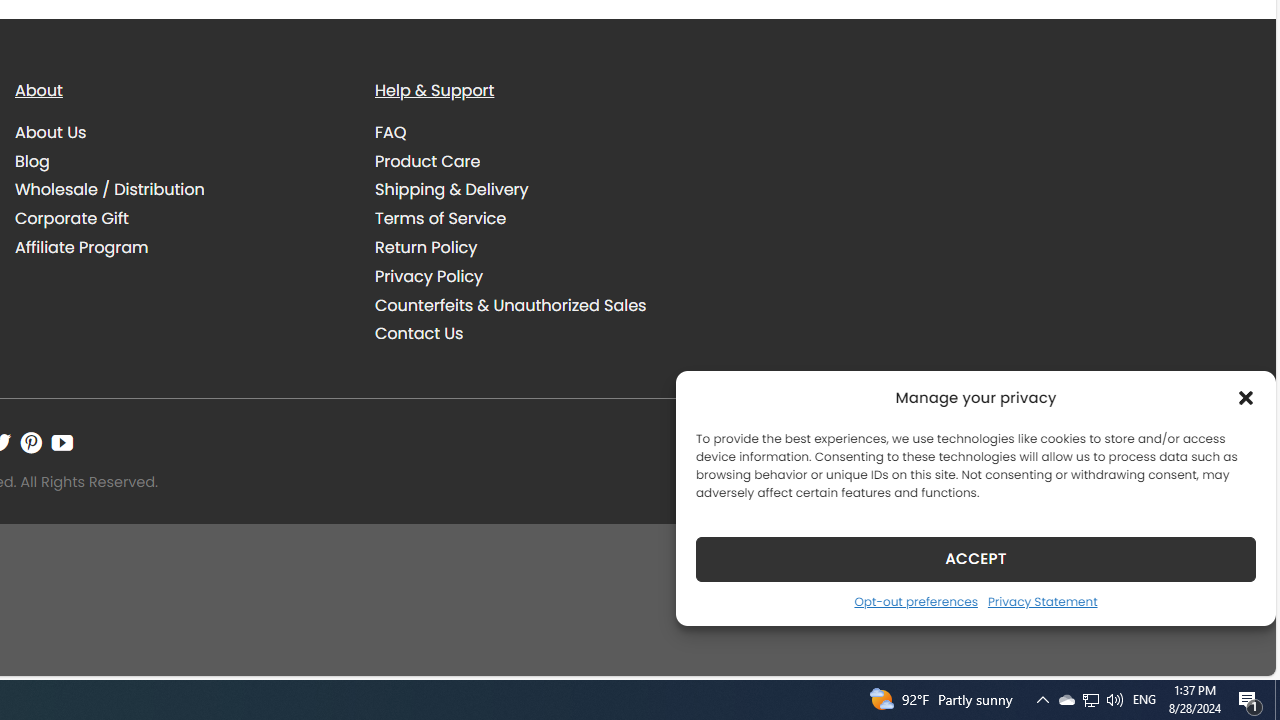 The height and width of the screenshot is (720, 1280). Describe the element at coordinates (418, 333) in the screenshot. I see `'Contact Us'` at that location.